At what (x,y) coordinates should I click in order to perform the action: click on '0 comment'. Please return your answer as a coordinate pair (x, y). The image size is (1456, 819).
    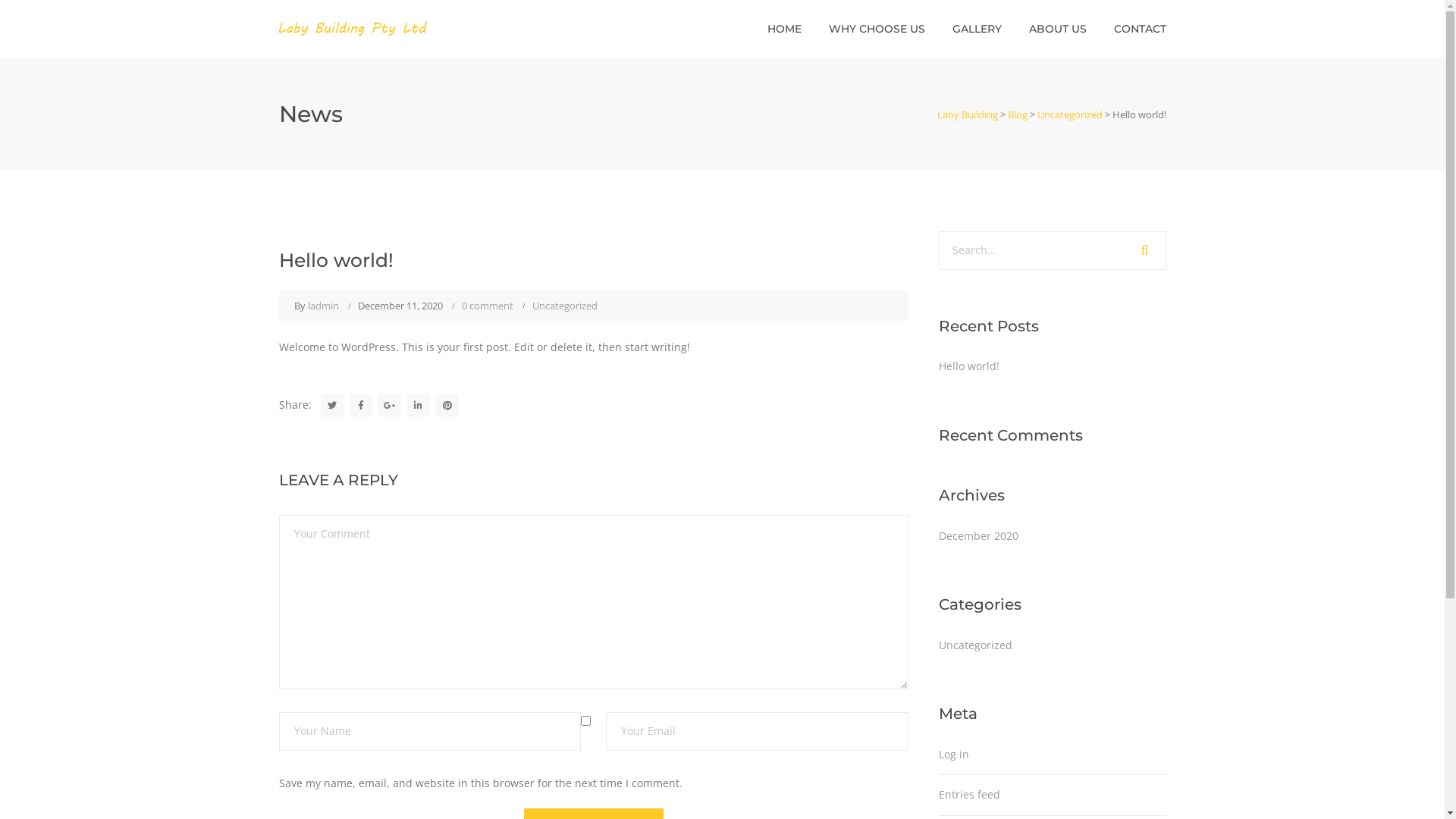
    Looking at the image, I should click on (487, 305).